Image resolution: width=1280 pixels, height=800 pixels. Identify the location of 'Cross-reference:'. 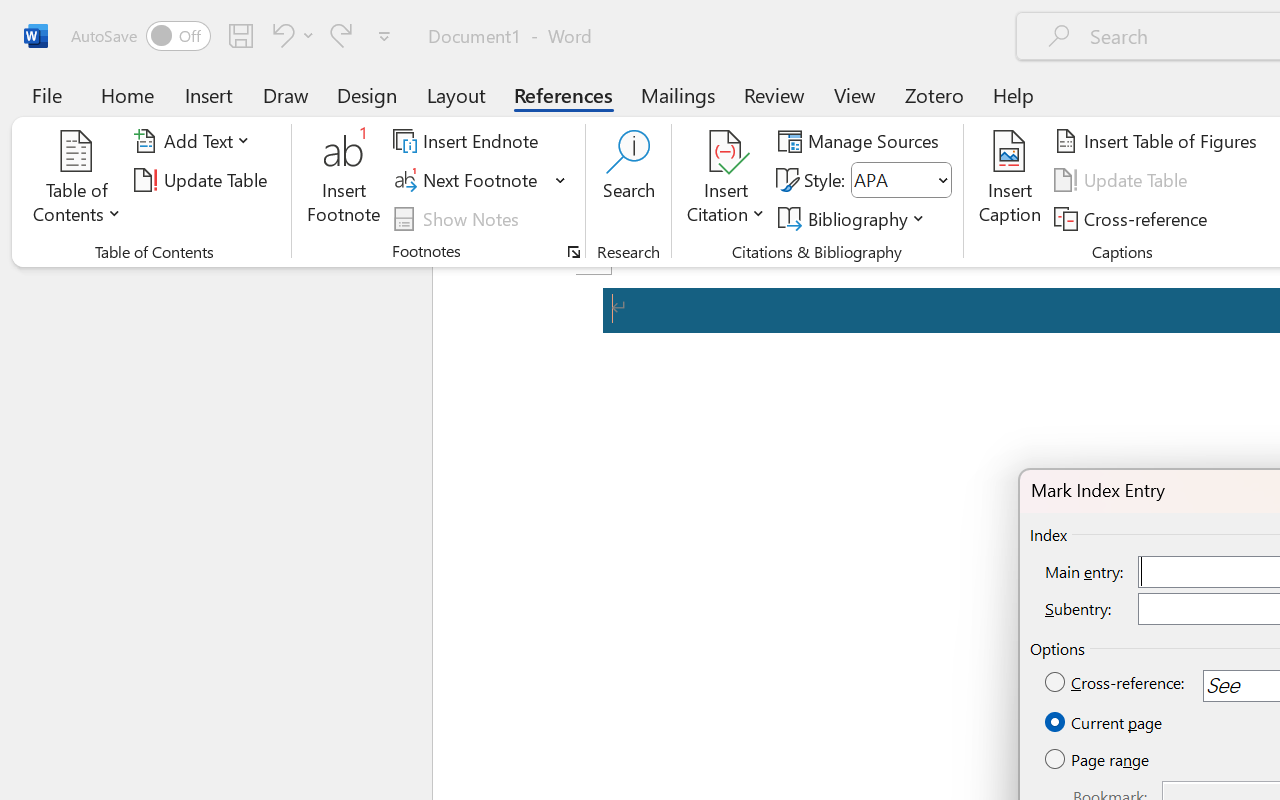
(1115, 683).